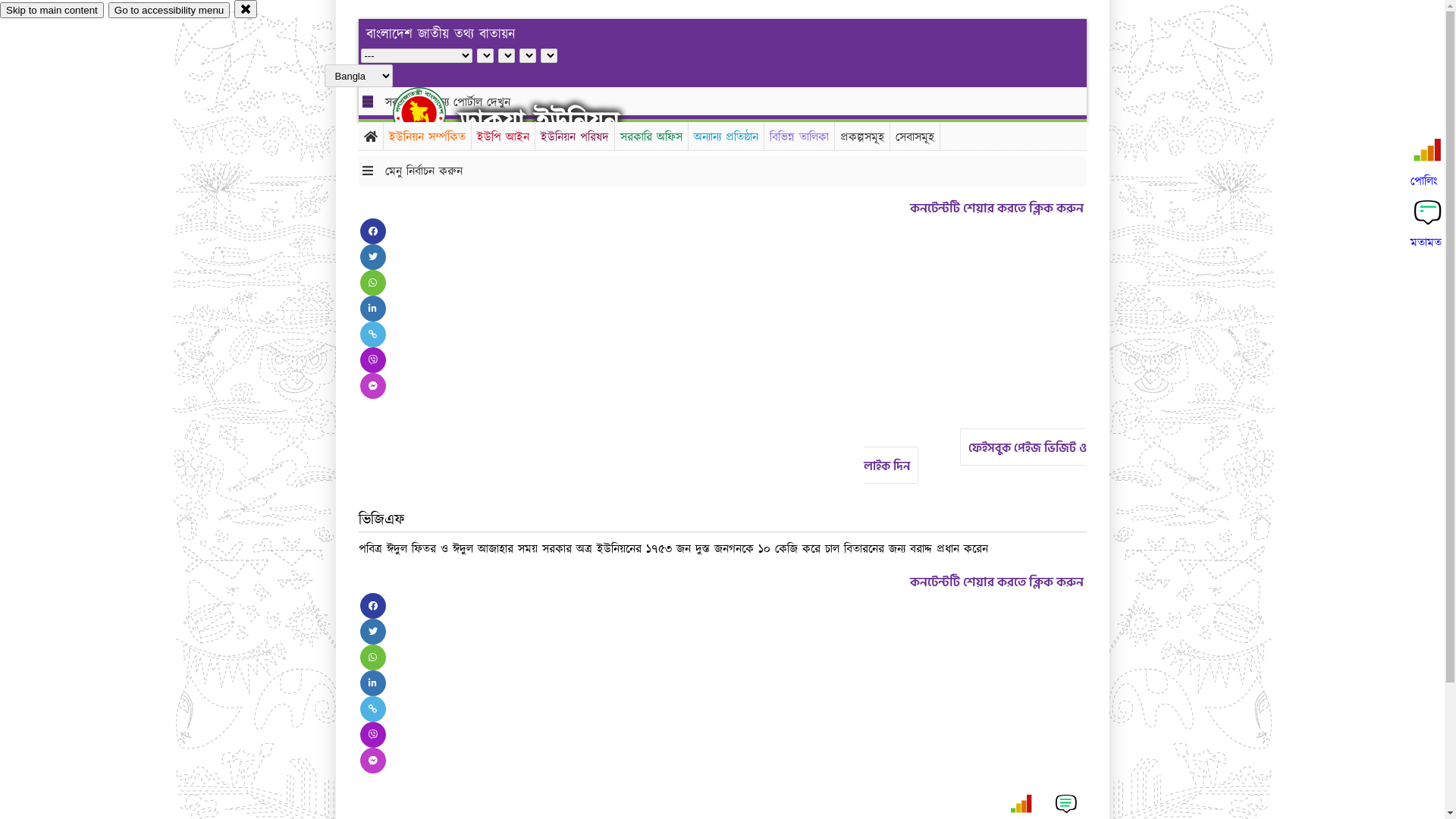 Image resolution: width=1456 pixels, height=819 pixels. Describe the element at coordinates (246, 8) in the screenshot. I see `'close'` at that location.